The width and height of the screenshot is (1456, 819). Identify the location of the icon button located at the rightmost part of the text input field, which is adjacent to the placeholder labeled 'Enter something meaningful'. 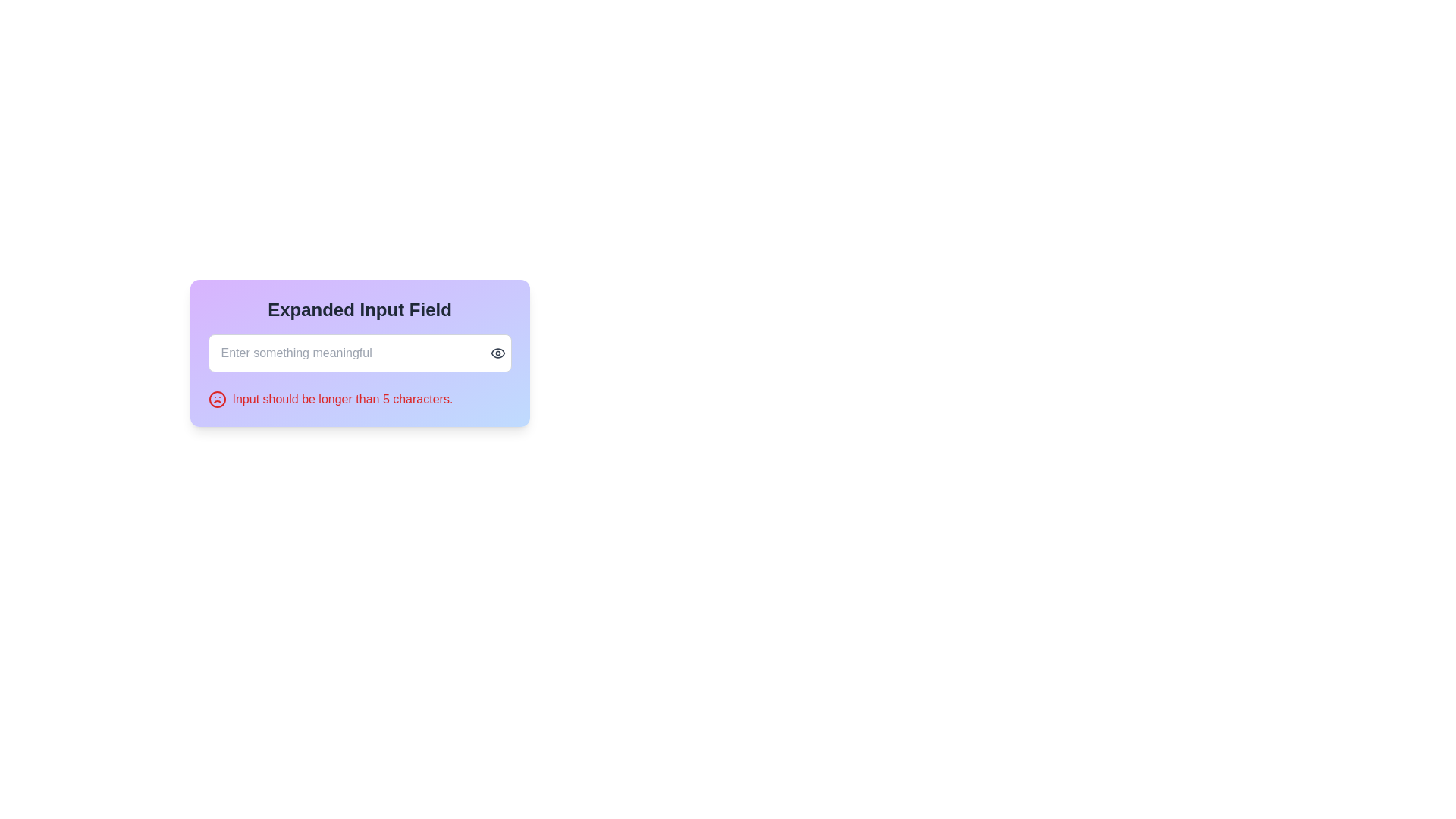
(497, 353).